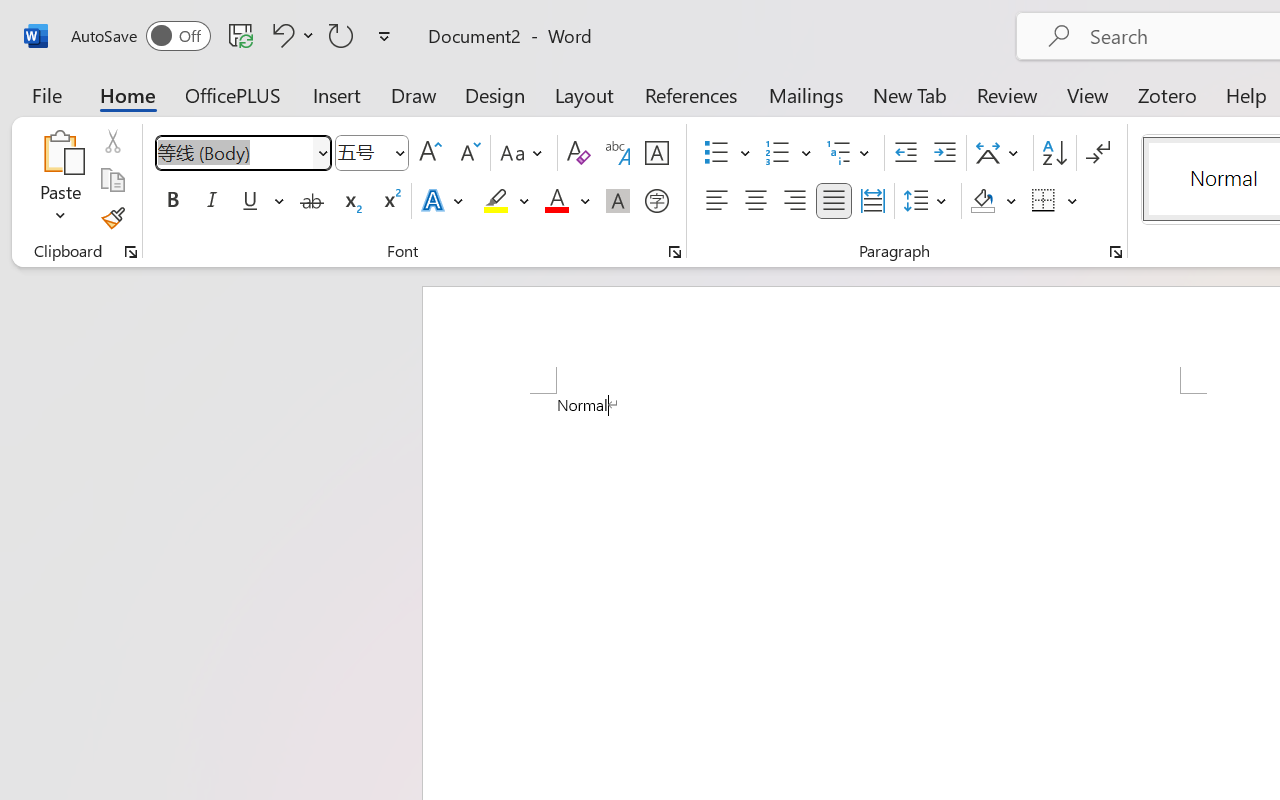  What do you see at coordinates (289, 34) in the screenshot?
I see `'Undo Apply Quick Style'` at bounding box center [289, 34].